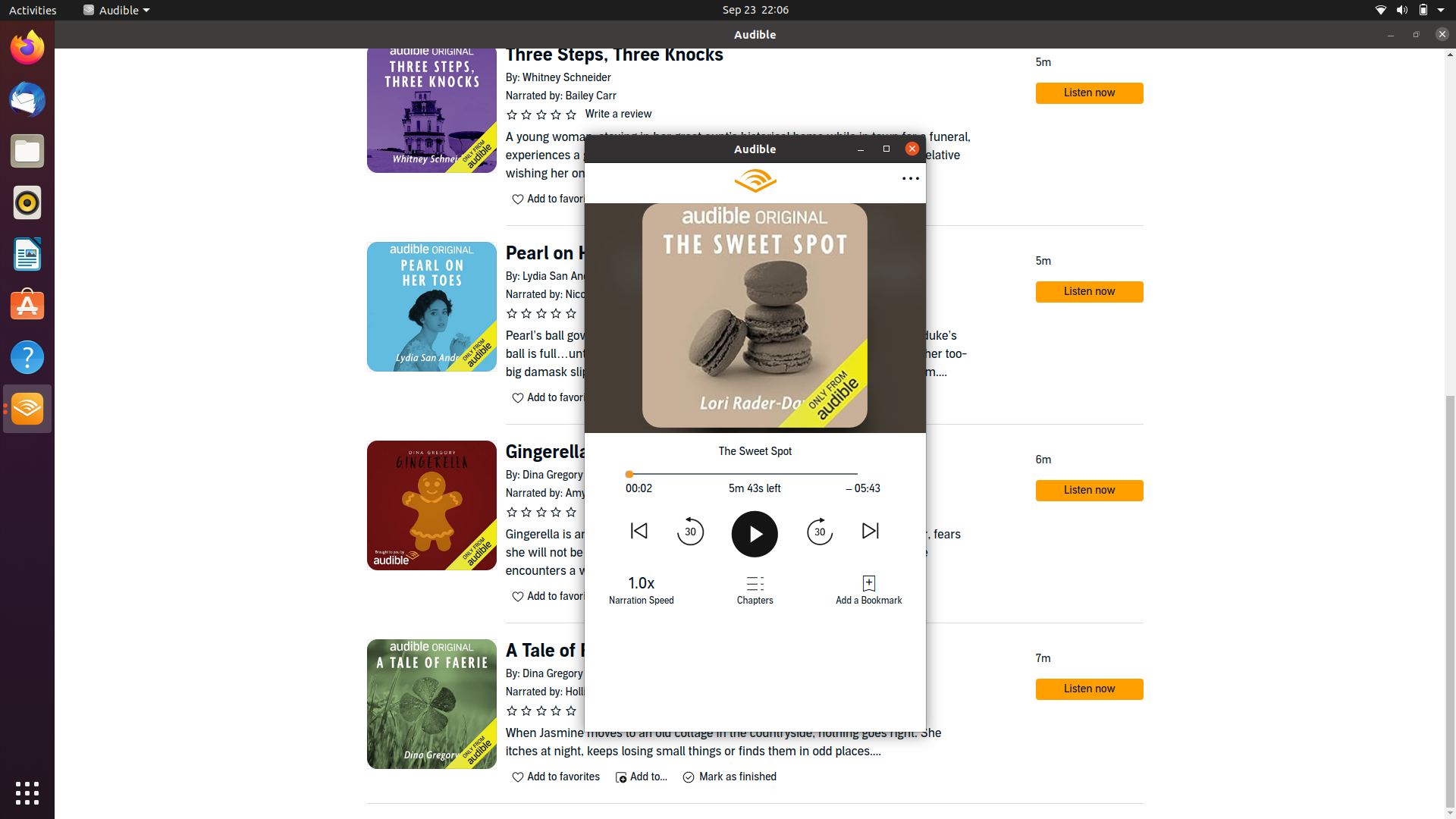 The image size is (1456, 819). What do you see at coordinates (818, 529) in the screenshot?
I see `Proceed one minute ahead in the playback (Hit the 30 seconds forward button two instances)` at bounding box center [818, 529].